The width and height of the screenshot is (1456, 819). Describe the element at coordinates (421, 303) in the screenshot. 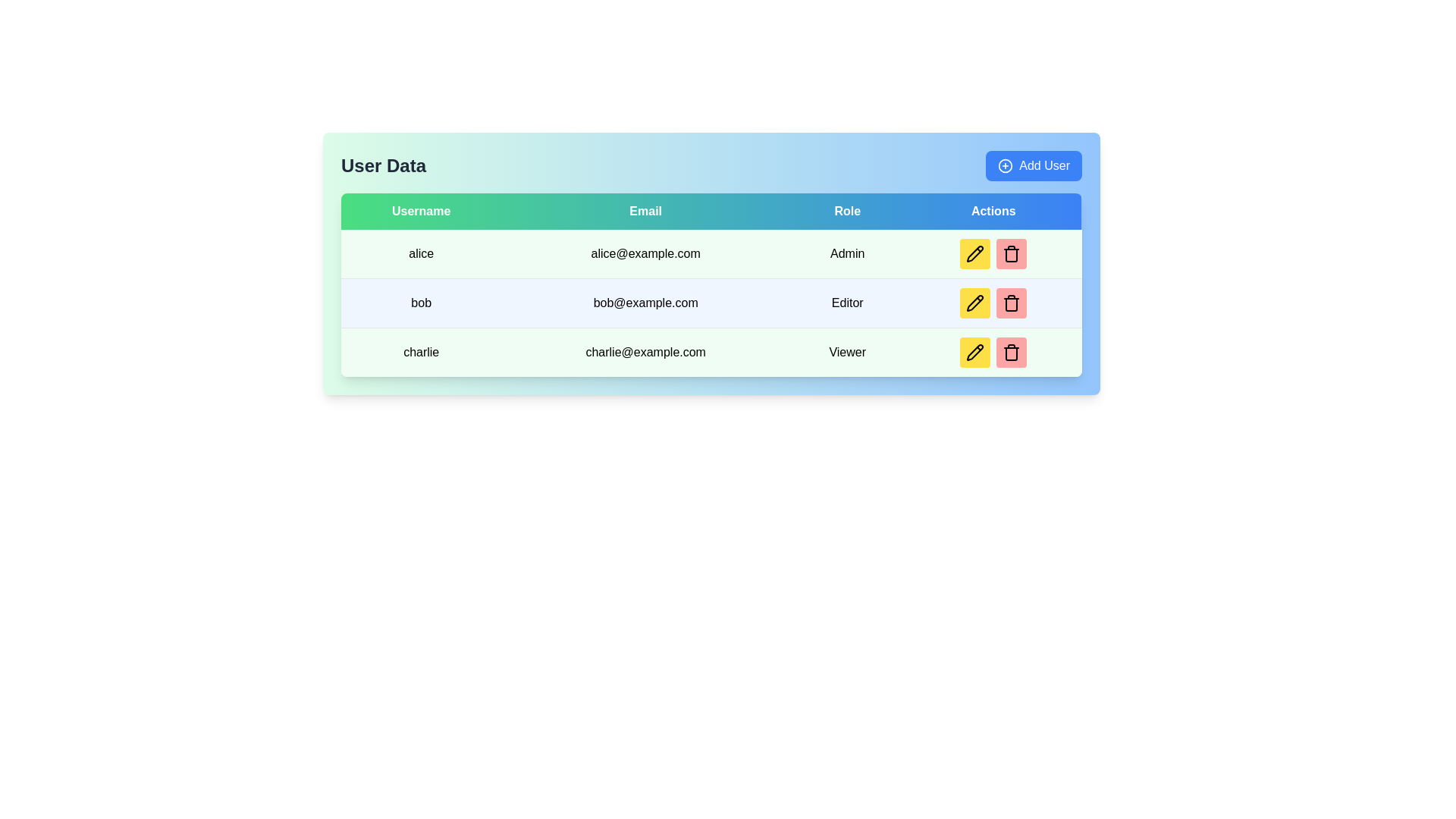

I see `the username text label located in the second row of the table under the 'Username' column` at that location.